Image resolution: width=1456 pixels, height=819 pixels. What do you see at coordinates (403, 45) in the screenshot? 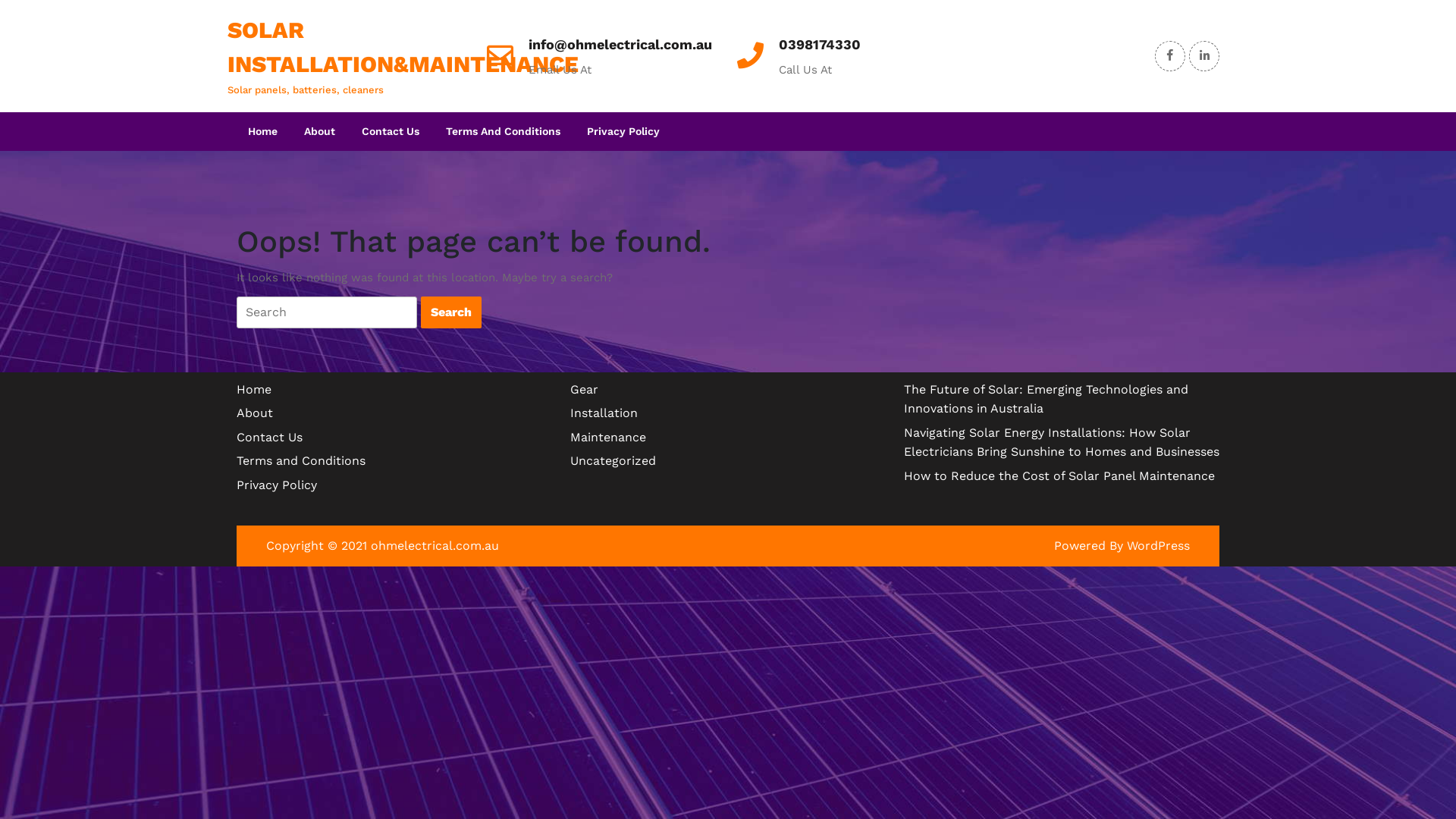
I see `'SOLAR INSTALLATION&MAINTENANCE'` at bounding box center [403, 45].